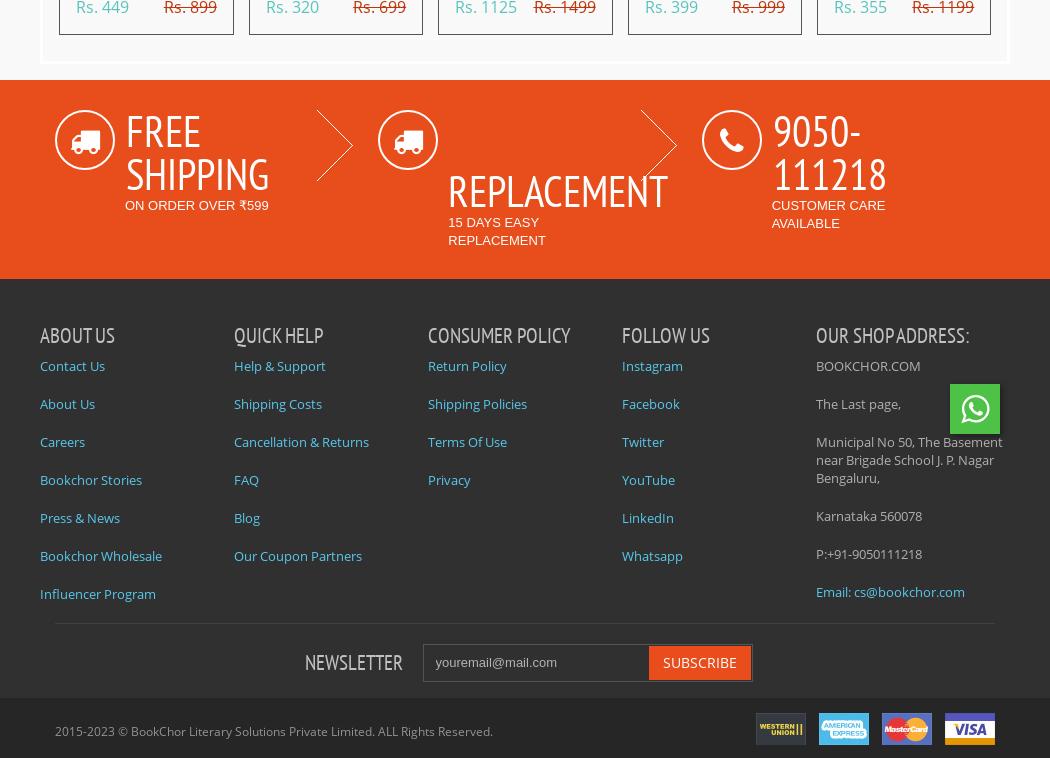 Image resolution: width=1050 pixels, height=758 pixels. I want to click on 'Follow Us', so click(665, 334).